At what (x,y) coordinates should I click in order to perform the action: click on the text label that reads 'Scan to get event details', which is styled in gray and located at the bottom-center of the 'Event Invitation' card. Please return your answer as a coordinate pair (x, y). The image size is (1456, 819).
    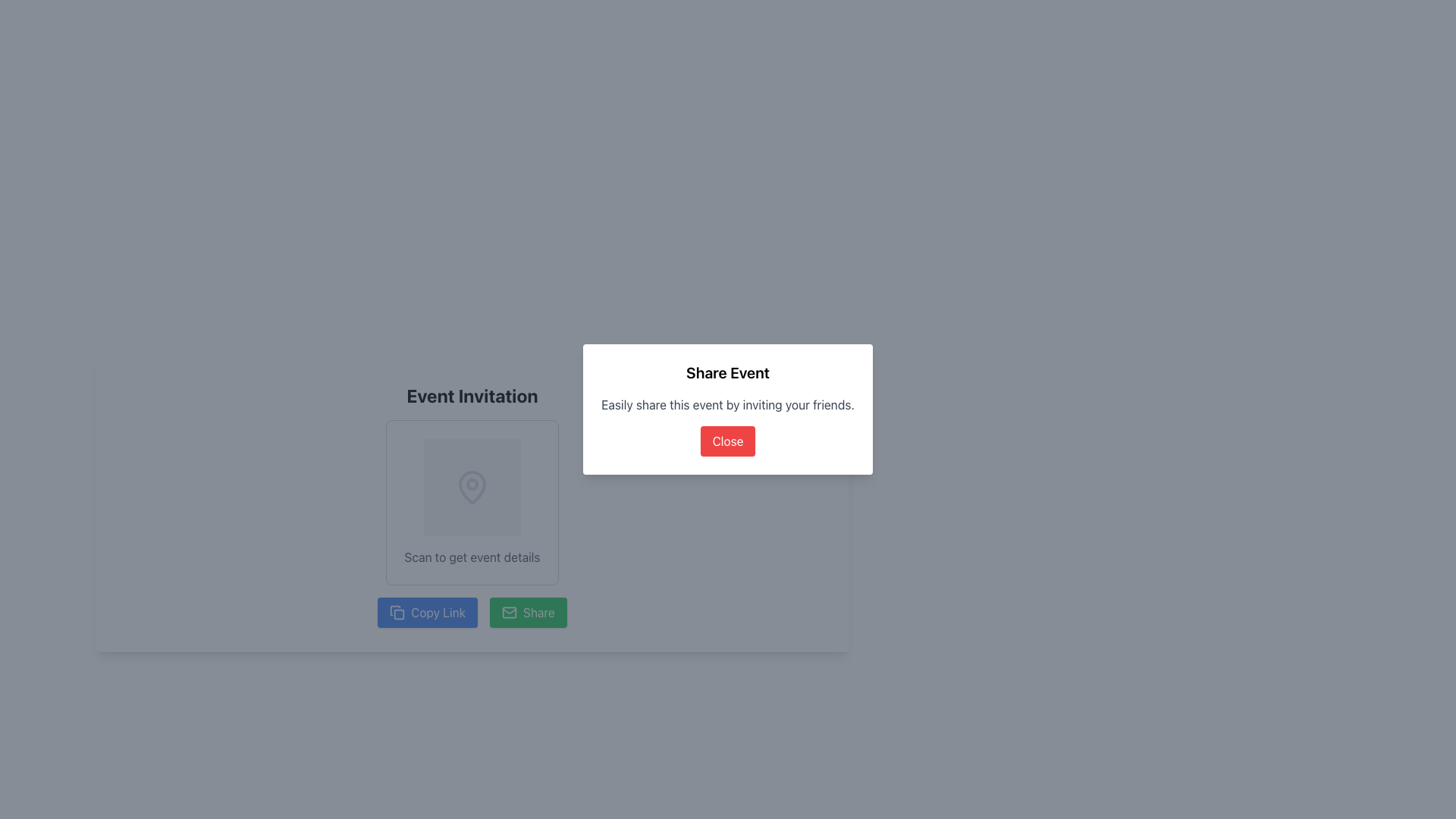
    Looking at the image, I should click on (472, 557).